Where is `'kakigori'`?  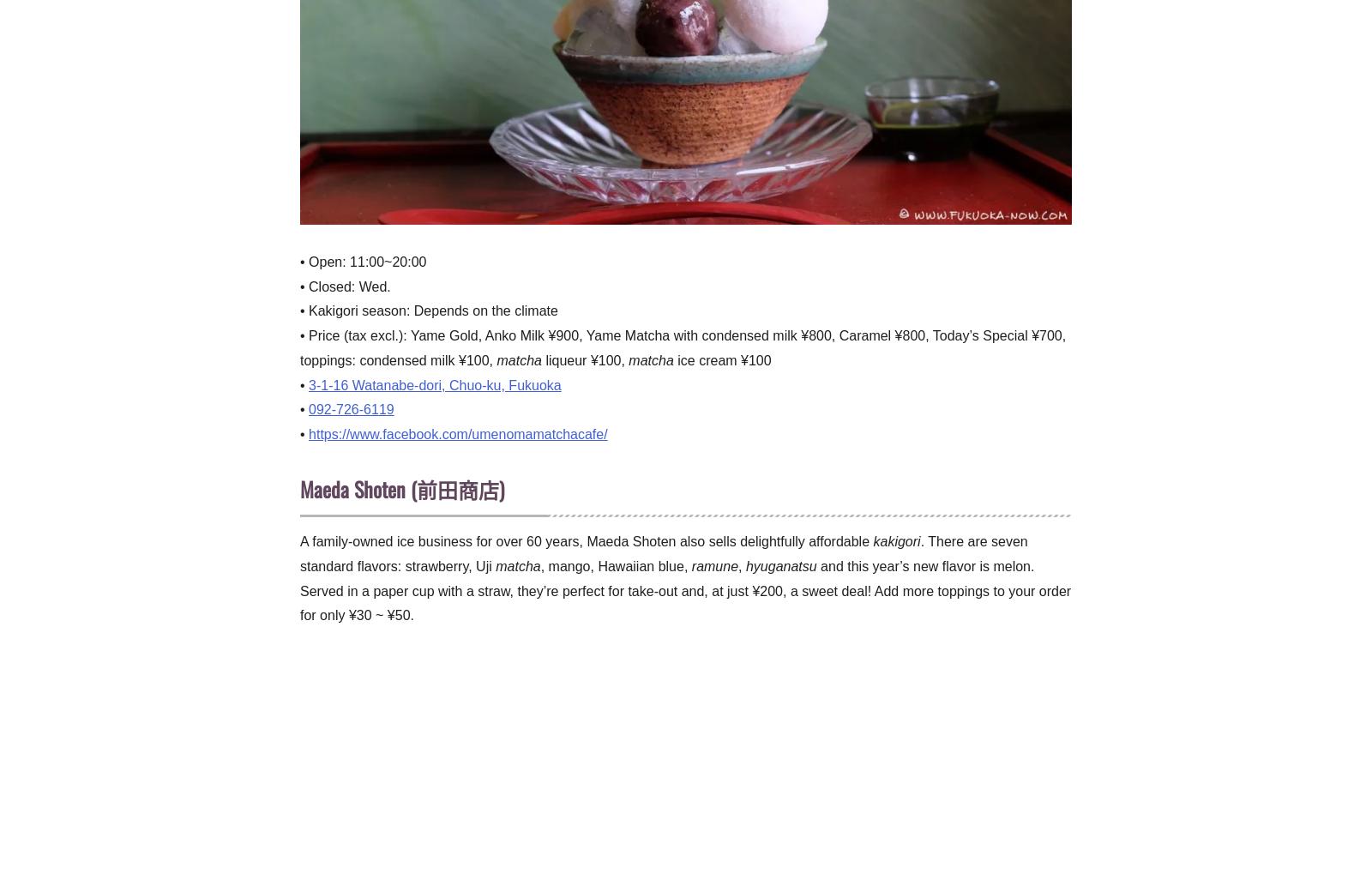
'kakigori' is located at coordinates (896, 541).